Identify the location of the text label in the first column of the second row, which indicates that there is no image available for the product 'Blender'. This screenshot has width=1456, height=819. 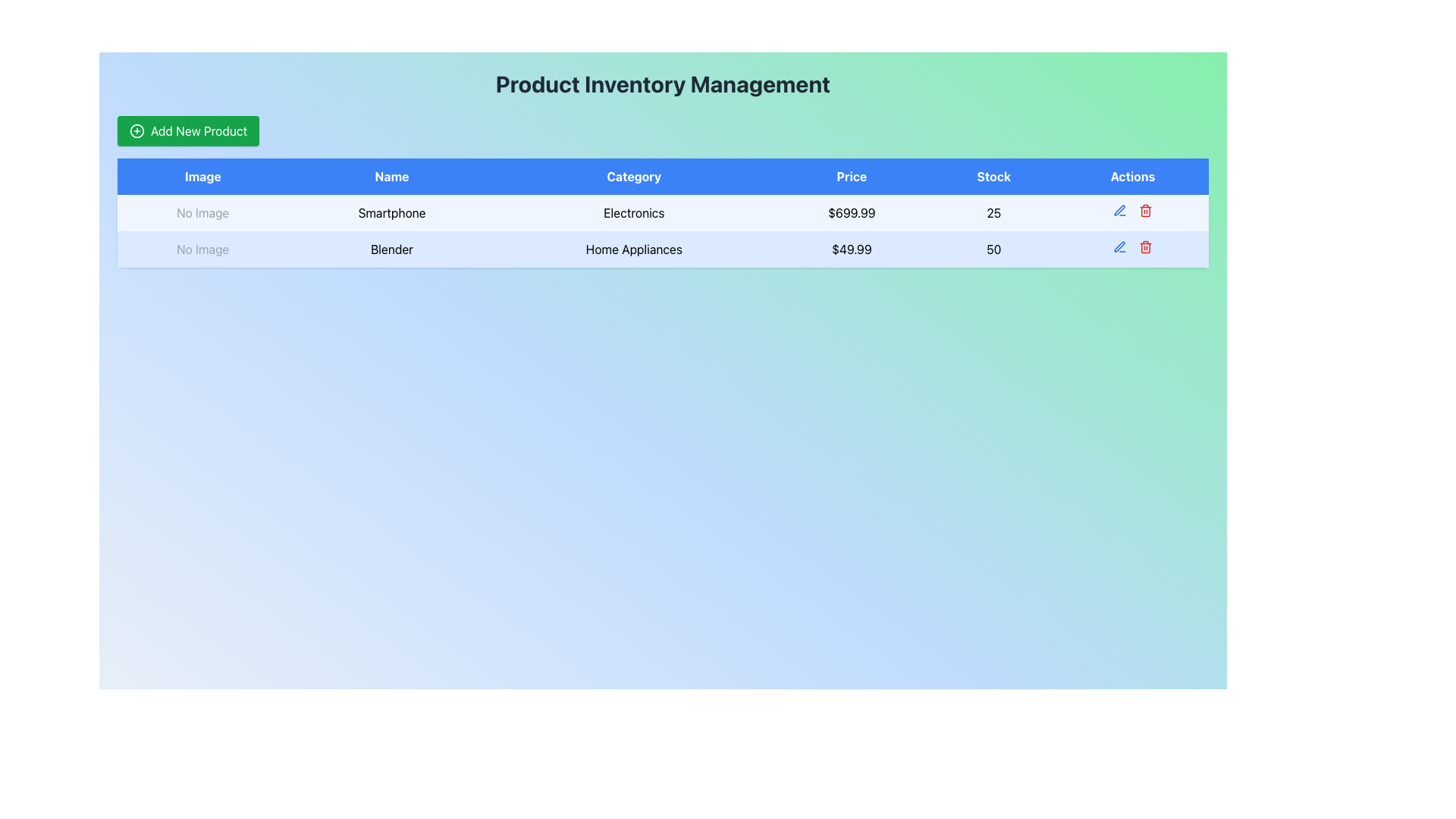
(202, 248).